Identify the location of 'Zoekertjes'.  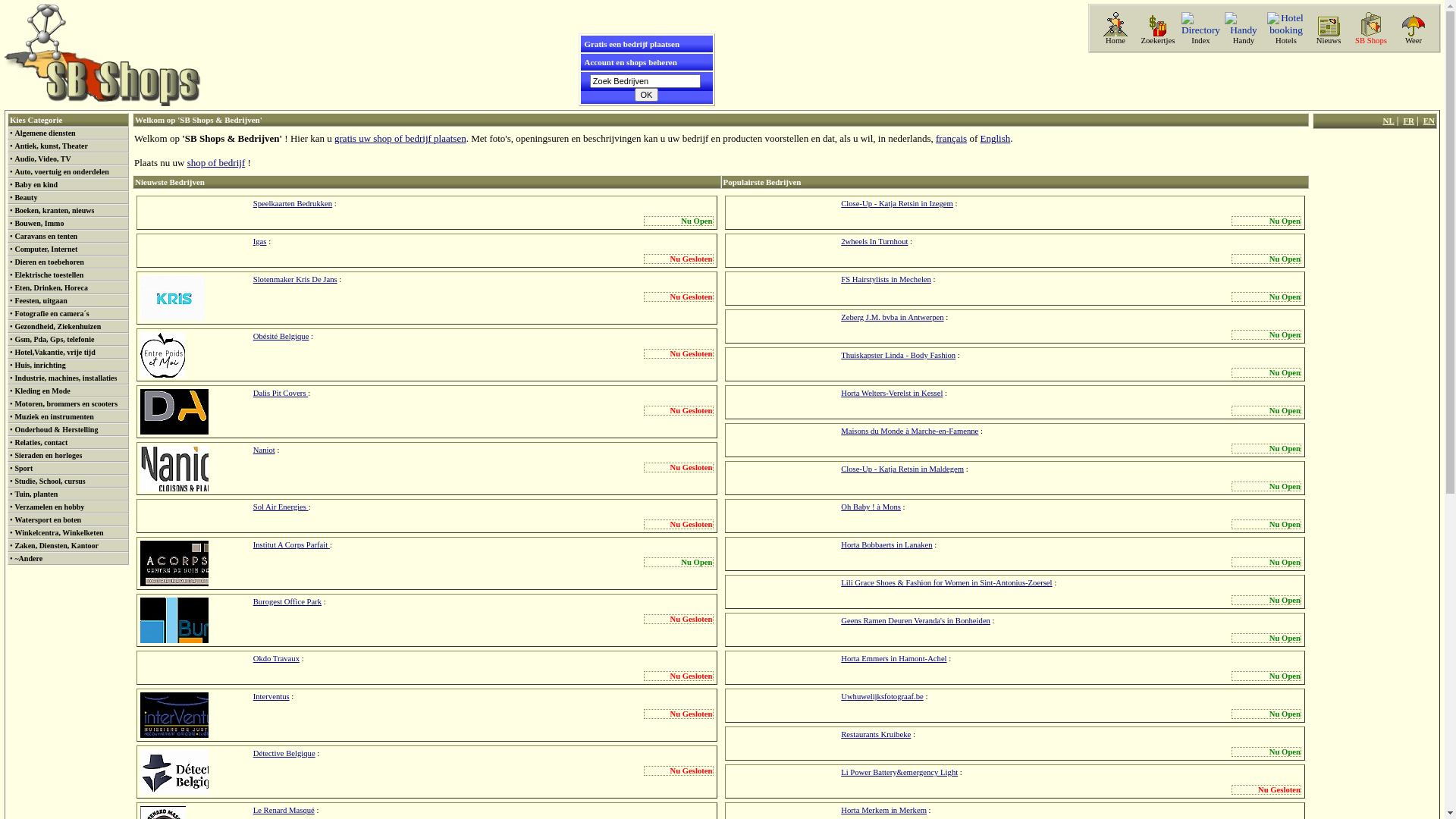
(1156, 39).